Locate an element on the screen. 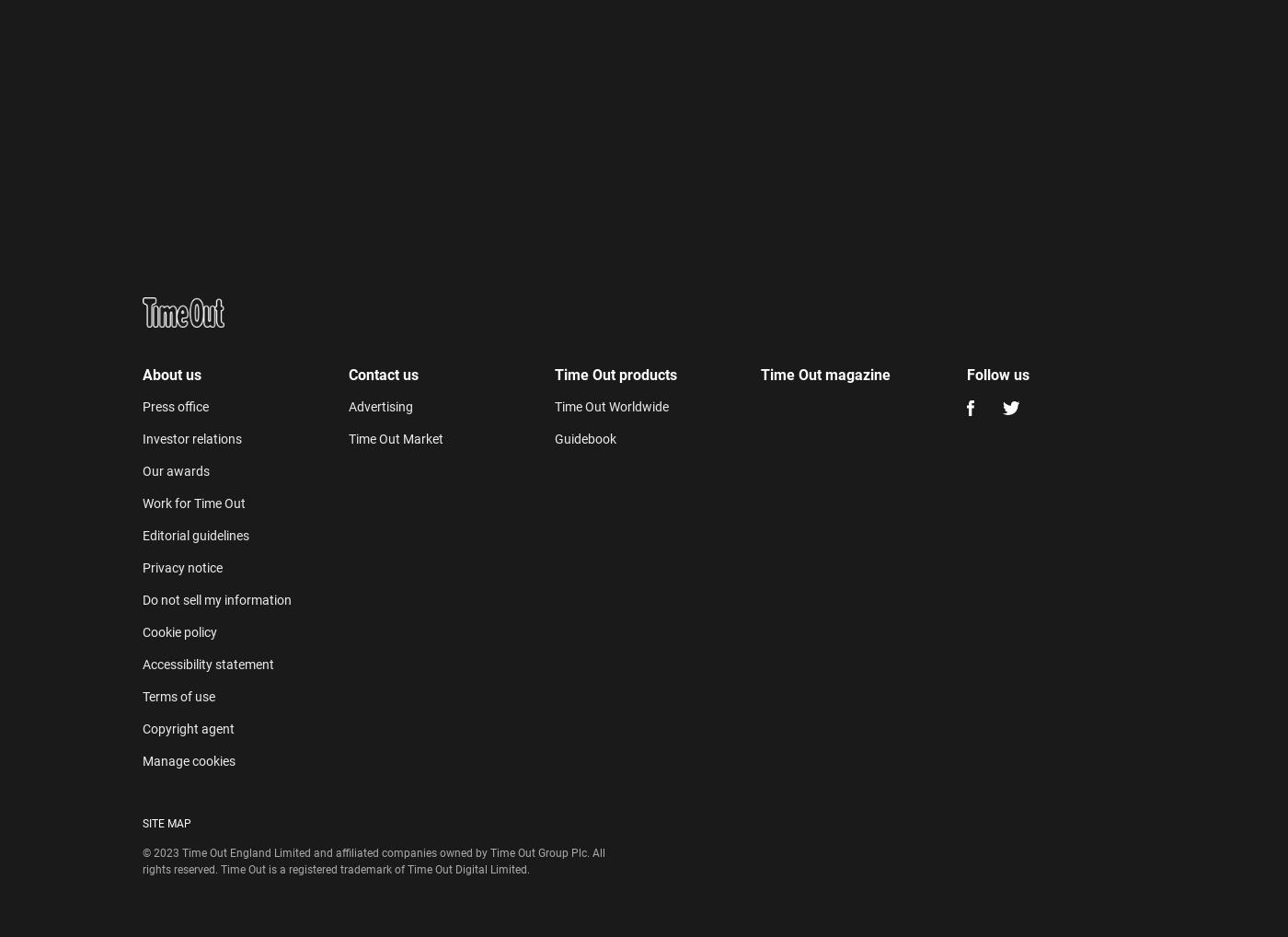  'Accessibility statement' is located at coordinates (208, 663).